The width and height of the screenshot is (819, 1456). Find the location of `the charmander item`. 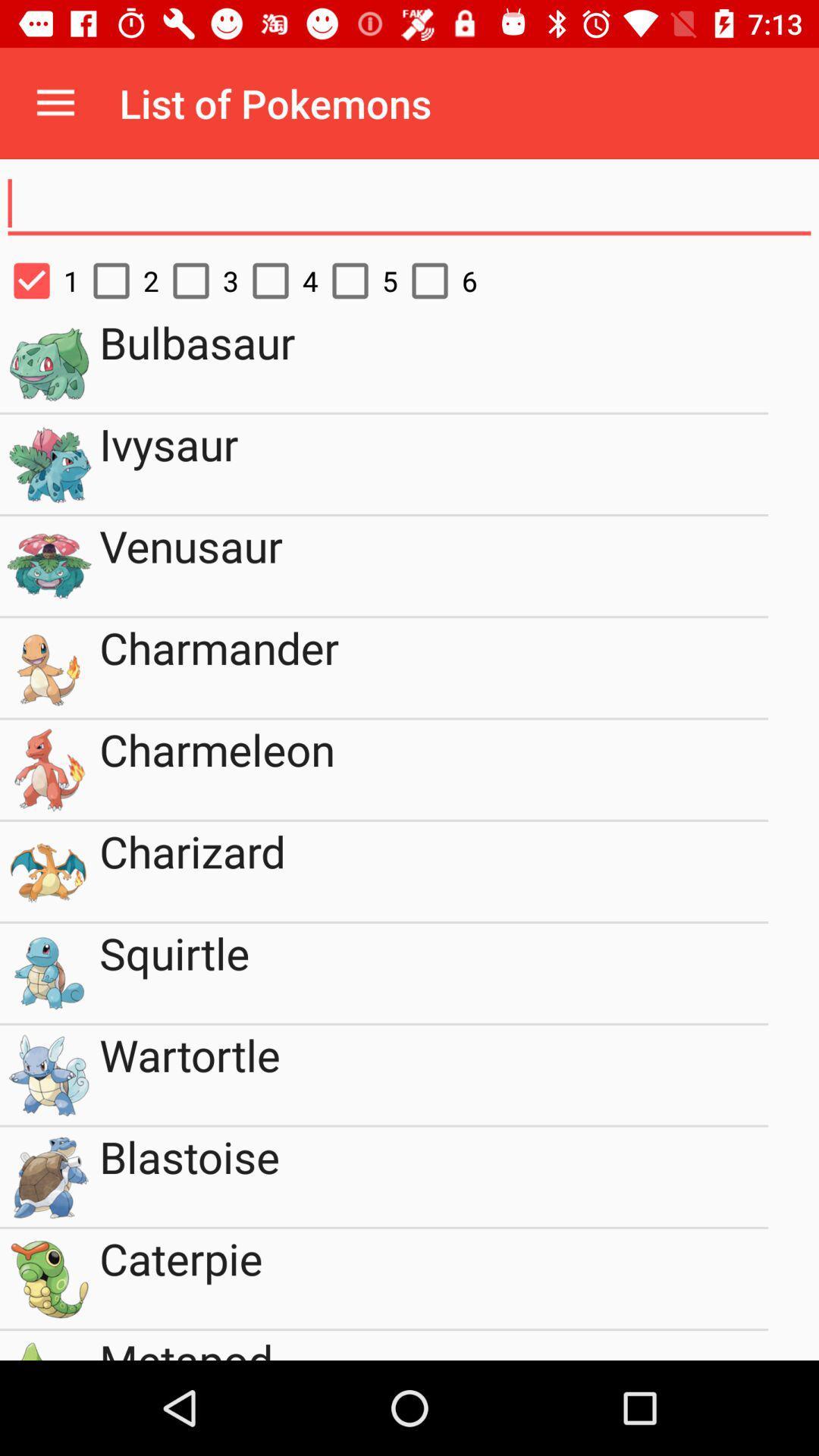

the charmander item is located at coordinates (434, 667).